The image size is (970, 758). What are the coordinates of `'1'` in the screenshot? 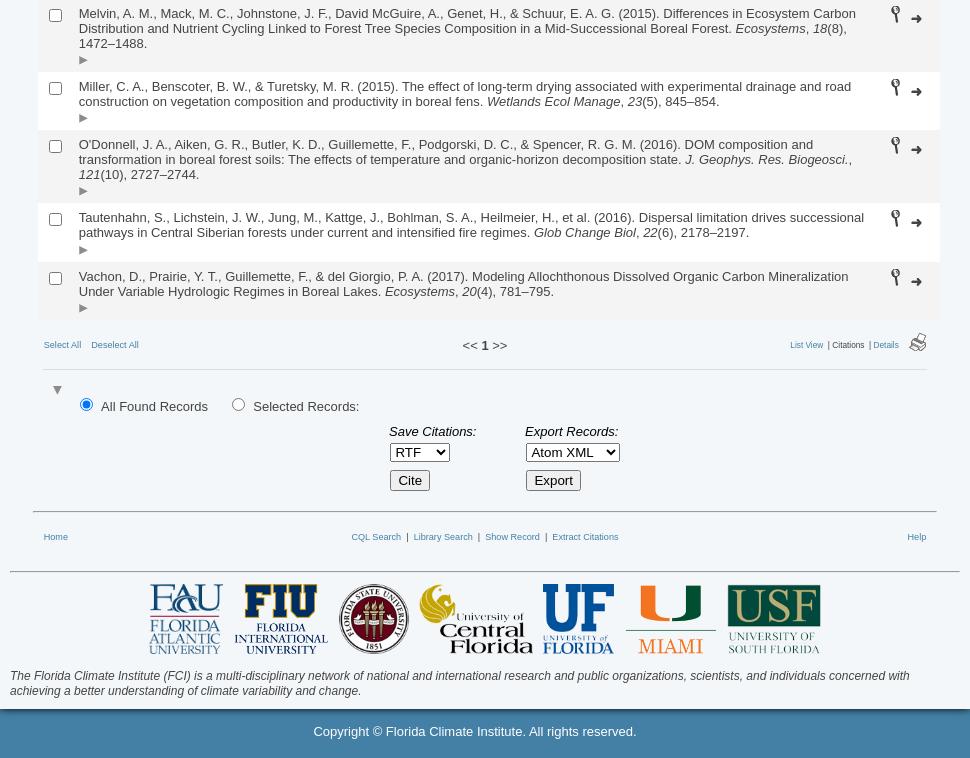 It's located at (483, 344).